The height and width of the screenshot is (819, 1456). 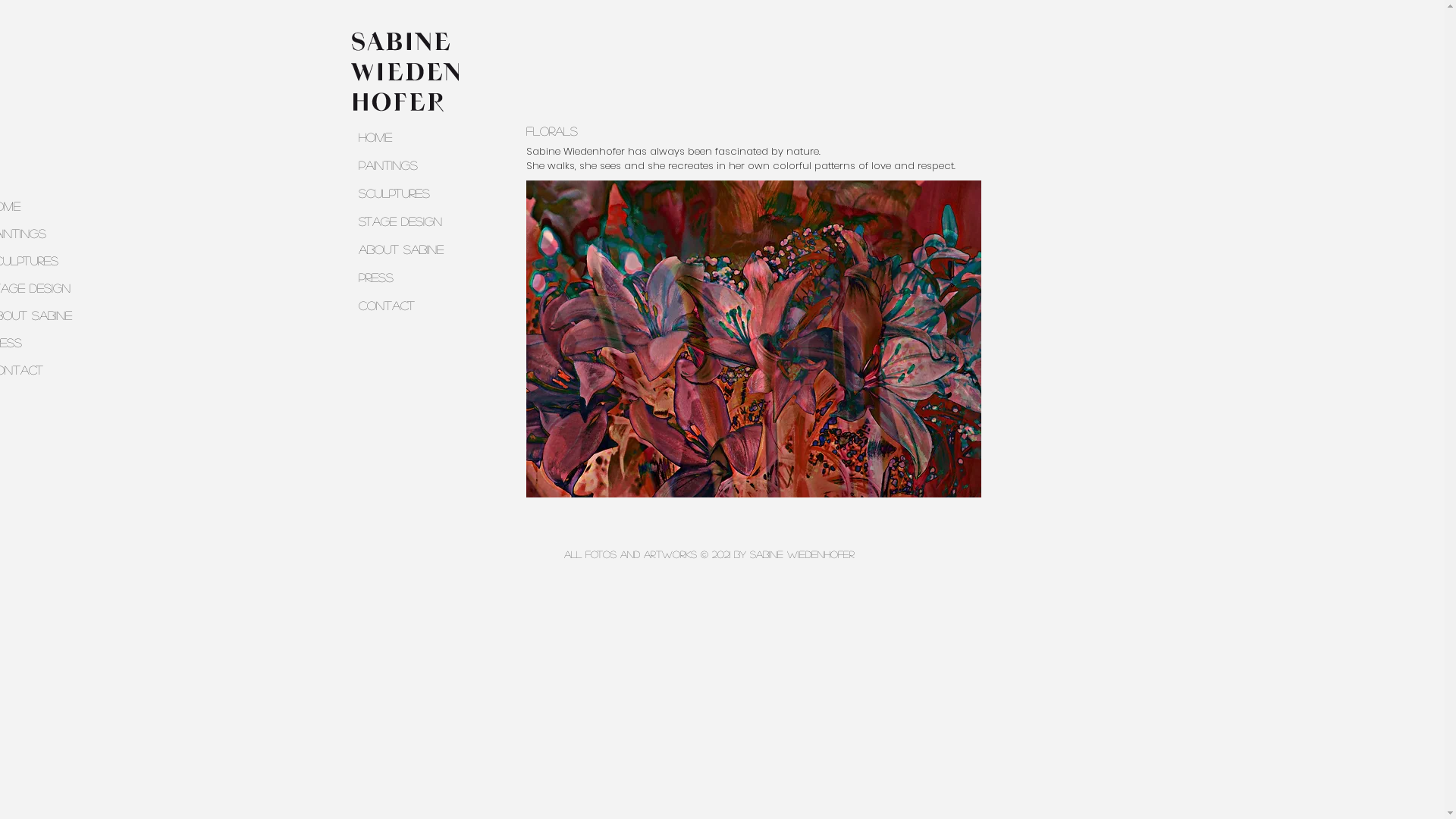 What do you see at coordinates (416, 248) in the screenshot?
I see `'About Sabine'` at bounding box center [416, 248].